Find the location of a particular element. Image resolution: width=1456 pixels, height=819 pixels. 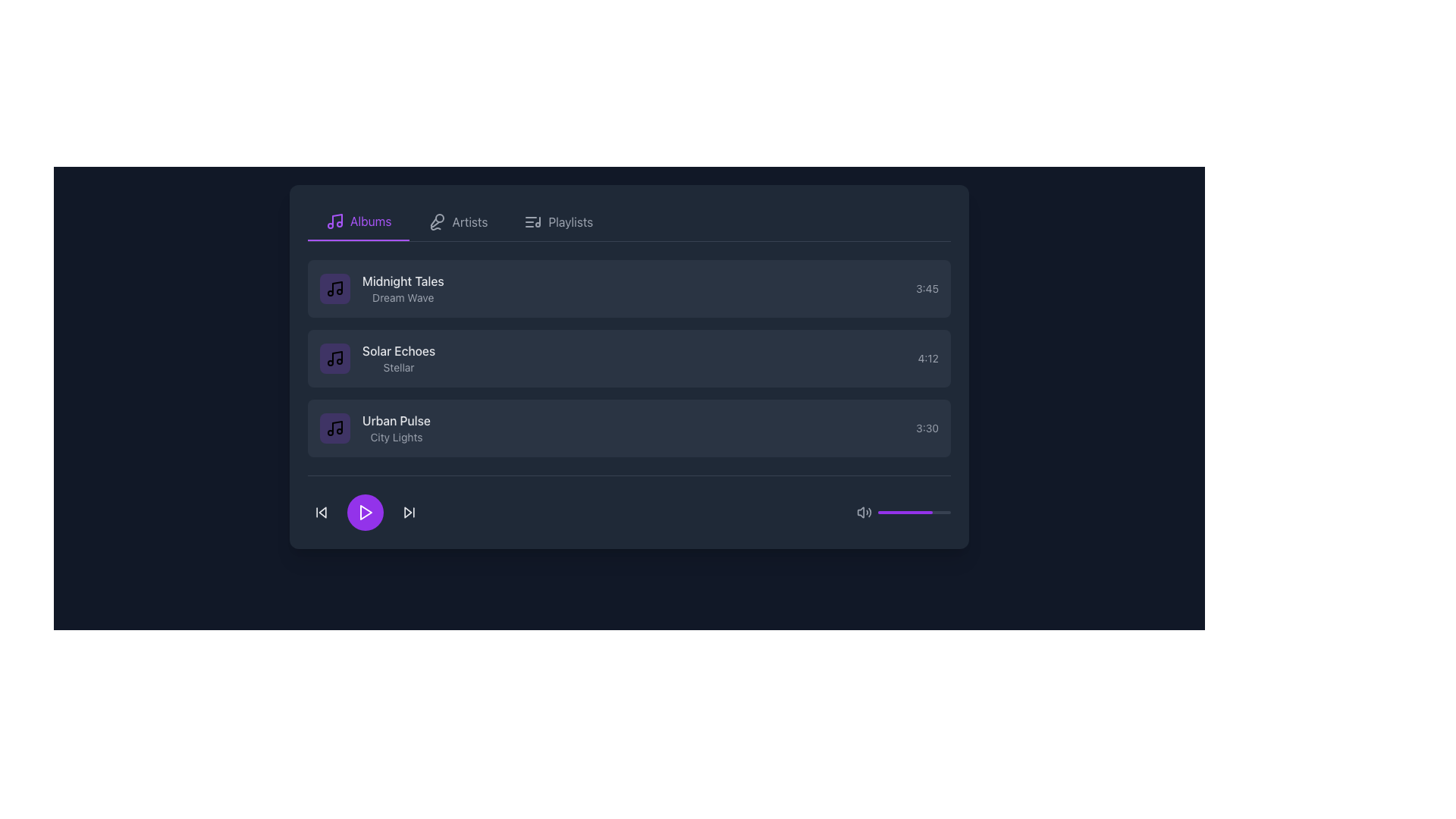

the 'Artists' tab in the navigation bar is located at coordinates (629, 222).